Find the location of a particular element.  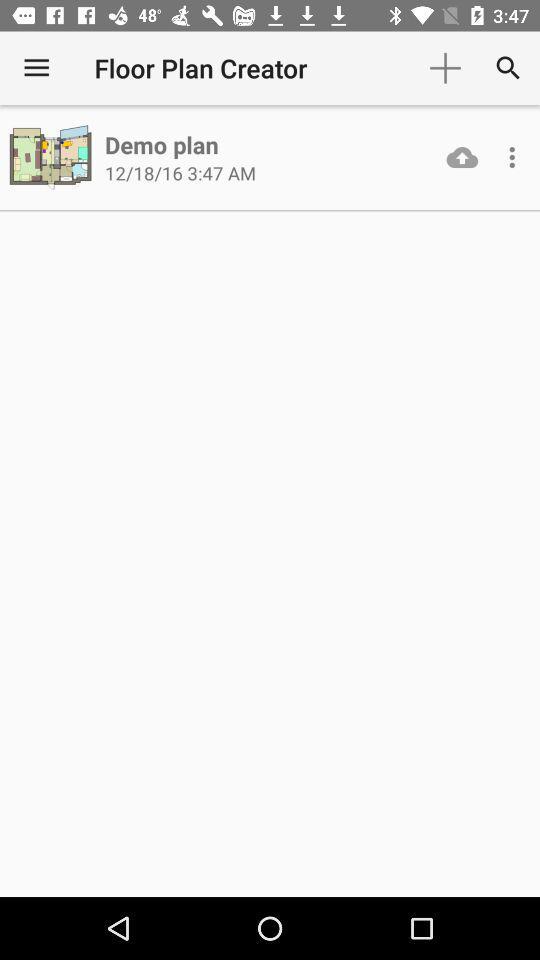

the icon to the left of floor plan creator item is located at coordinates (36, 68).